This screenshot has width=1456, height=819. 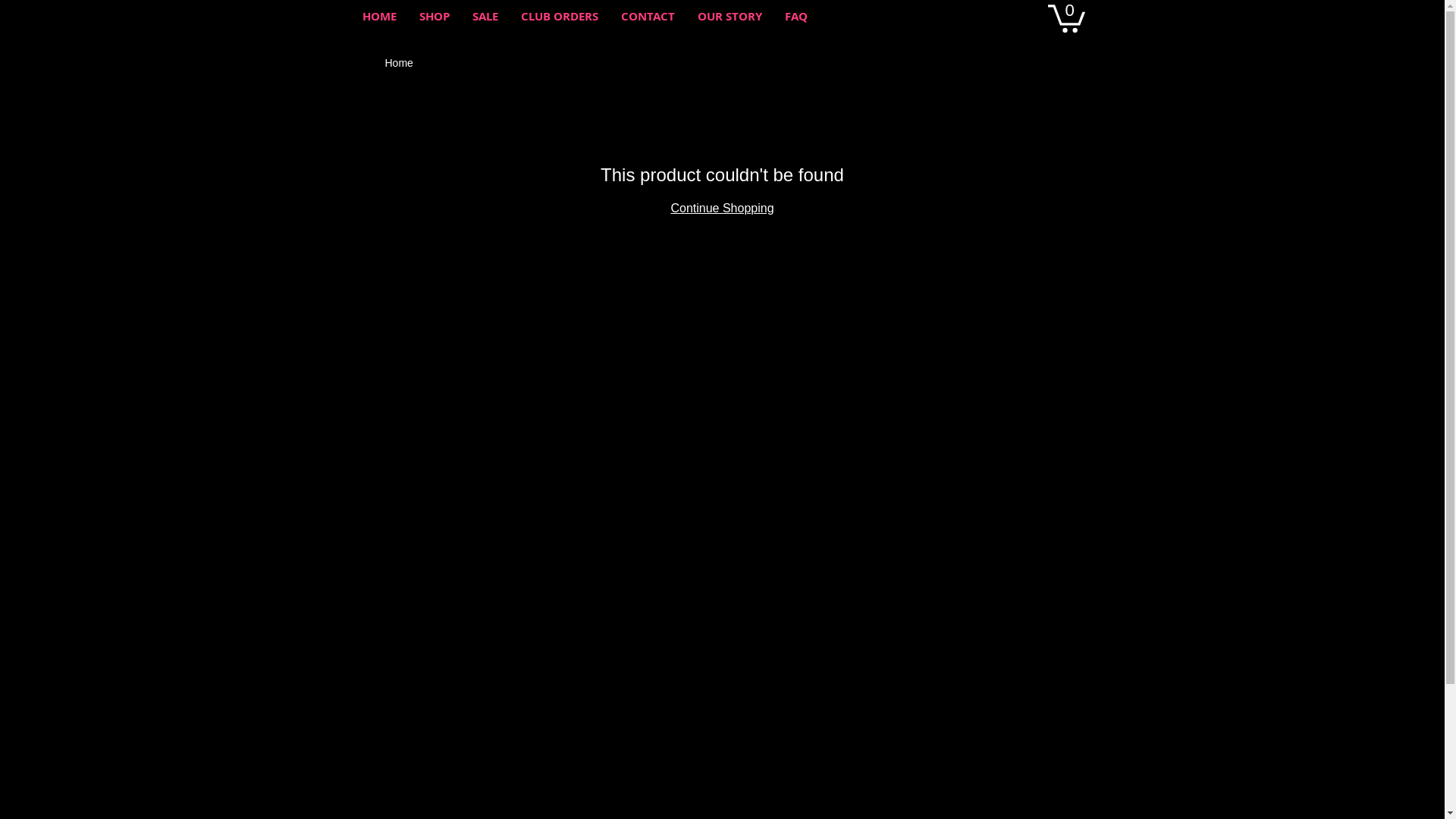 What do you see at coordinates (385, 62) in the screenshot?
I see `'Home'` at bounding box center [385, 62].